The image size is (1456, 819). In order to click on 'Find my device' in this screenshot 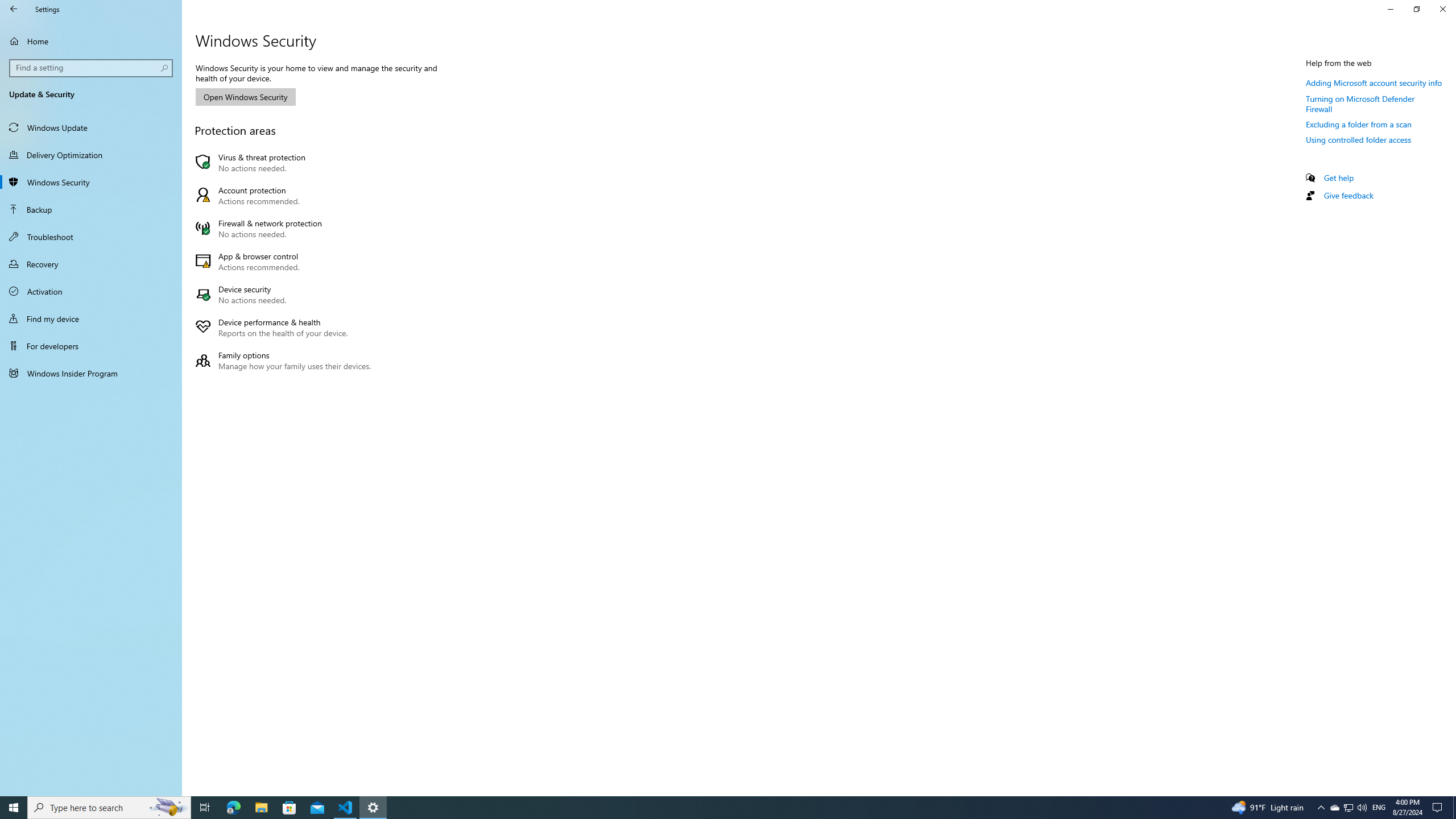, I will do `click(90, 318)`.